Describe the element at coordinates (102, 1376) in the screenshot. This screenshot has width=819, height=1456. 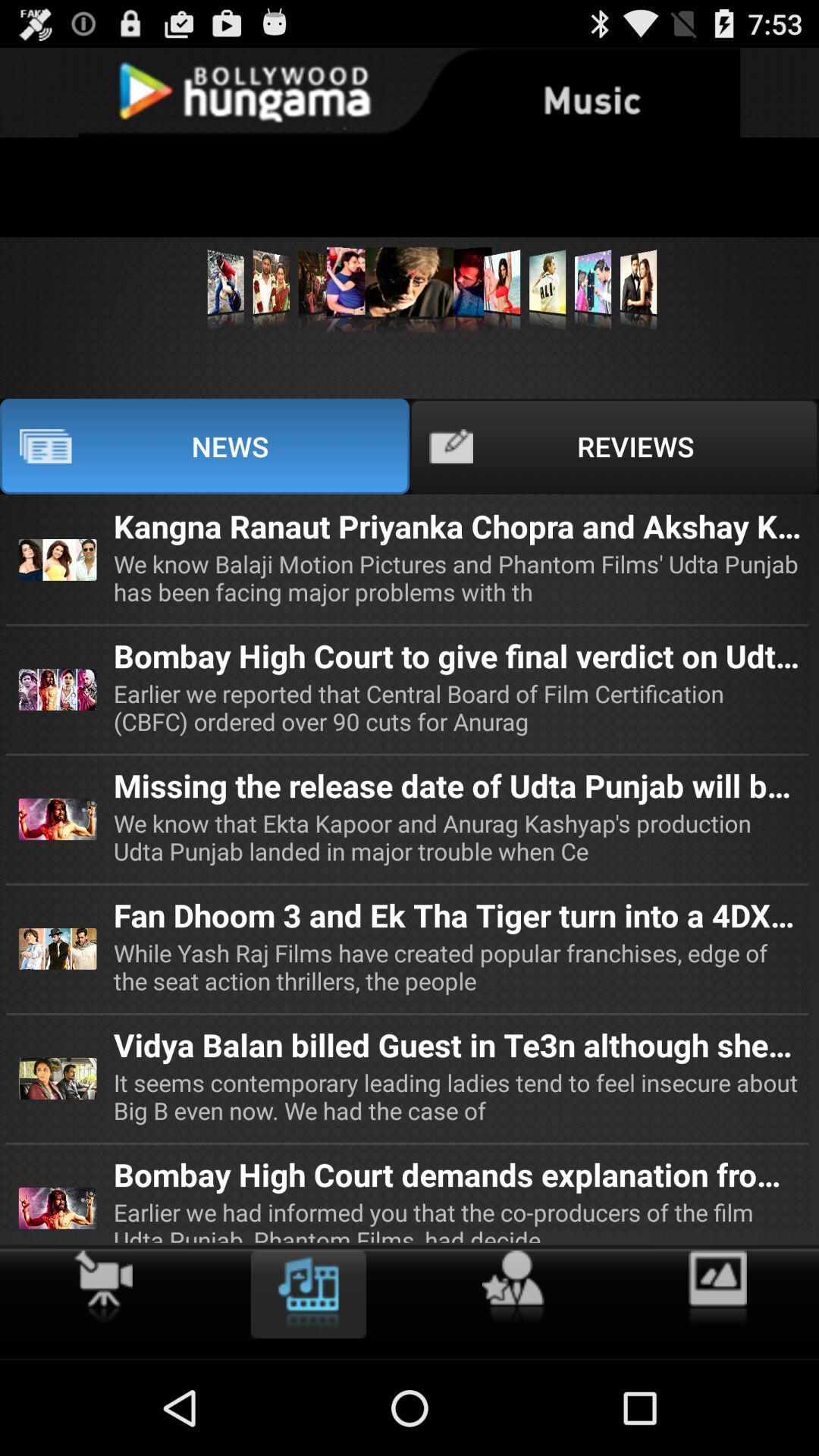
I see `the skip_next icon` at that location.